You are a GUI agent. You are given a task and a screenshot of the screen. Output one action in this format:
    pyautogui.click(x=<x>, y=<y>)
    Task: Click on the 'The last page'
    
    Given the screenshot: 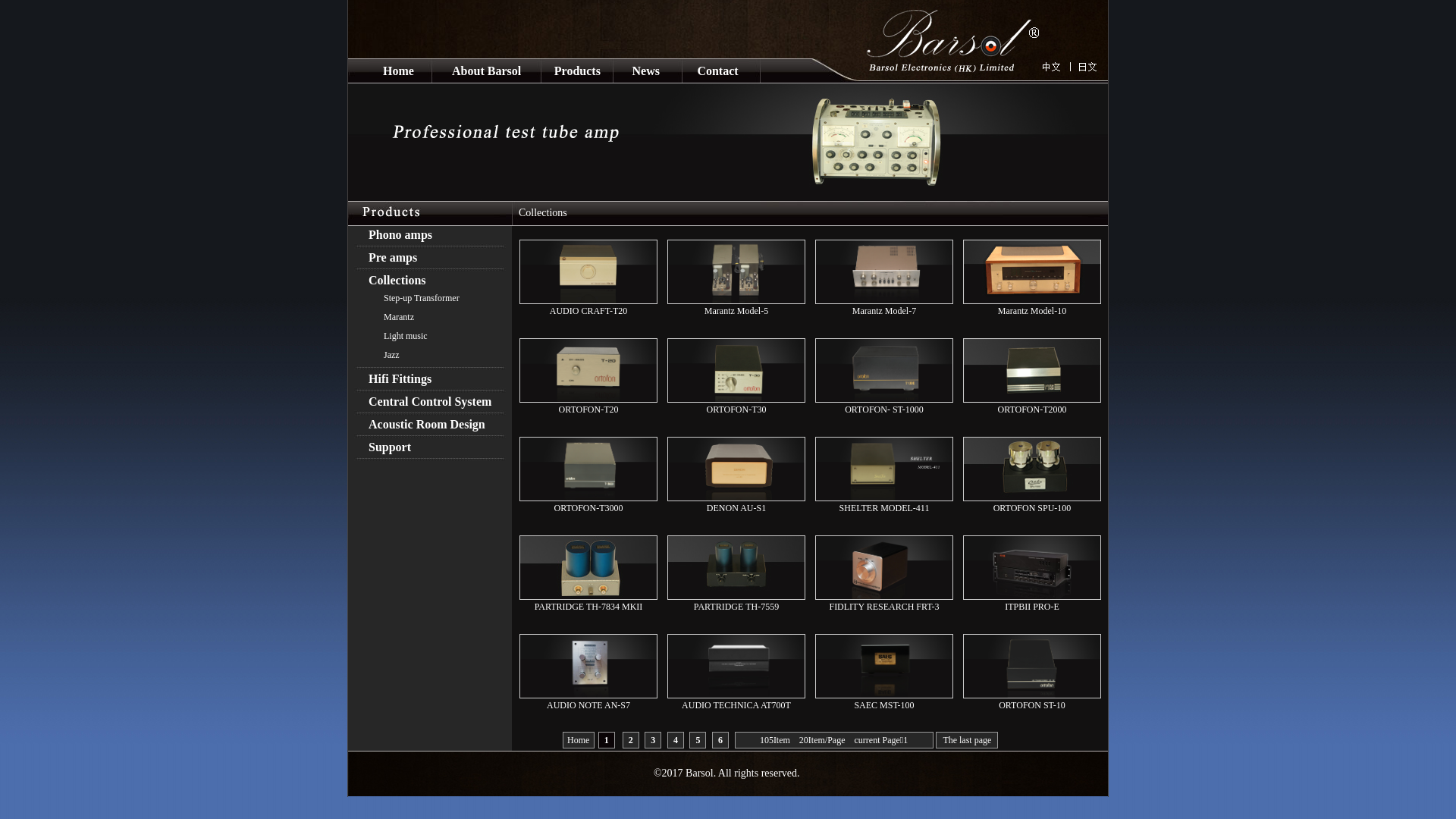 What is the action you would take?
    pyautogui.click(x=966, y=739)
    